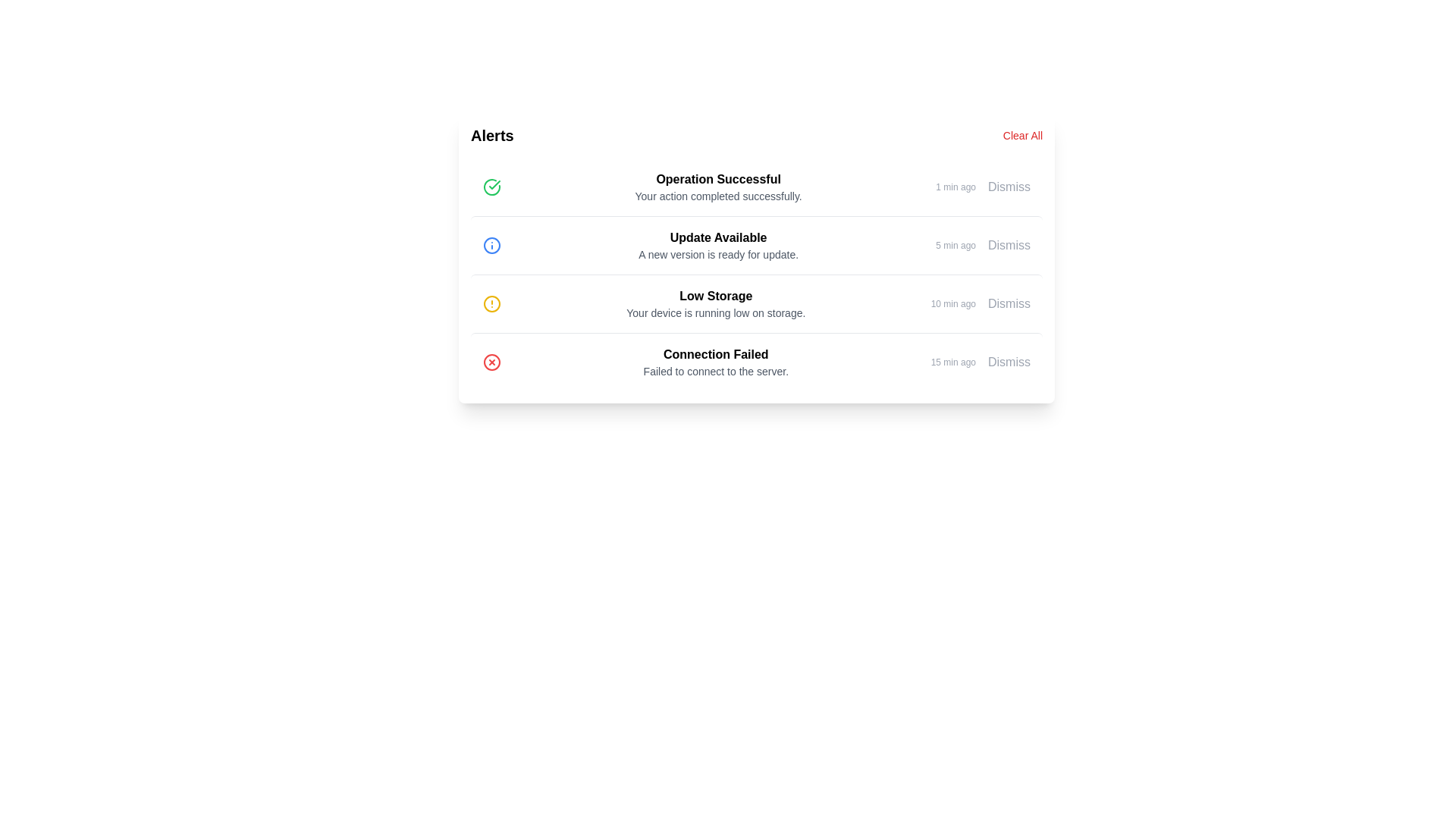 Image resolution: width=1456 pixels, height=819 pixels. What do you see at coordinates (715, 371) in the screenshot?
I see `the text display that provides additional information about the 'Connection Failed' alert, located directly below the heading in the alerts panel` at bounding box center [715, 371].